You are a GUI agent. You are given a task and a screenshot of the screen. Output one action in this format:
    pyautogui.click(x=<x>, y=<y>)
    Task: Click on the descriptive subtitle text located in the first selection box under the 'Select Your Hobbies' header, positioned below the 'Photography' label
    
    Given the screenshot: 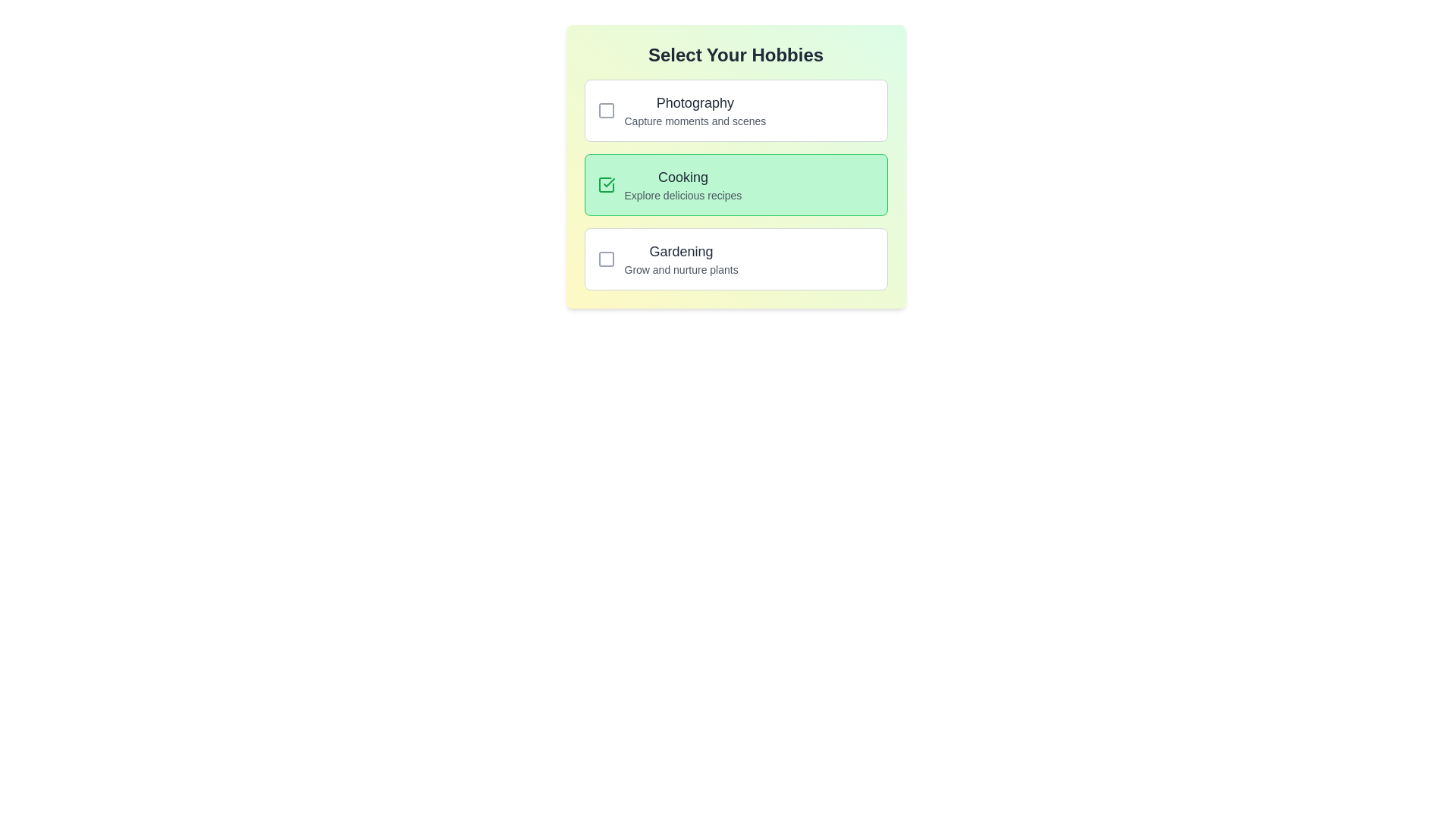 What is the action you would take?
    pyautogui.click(x=694, y=120)
    